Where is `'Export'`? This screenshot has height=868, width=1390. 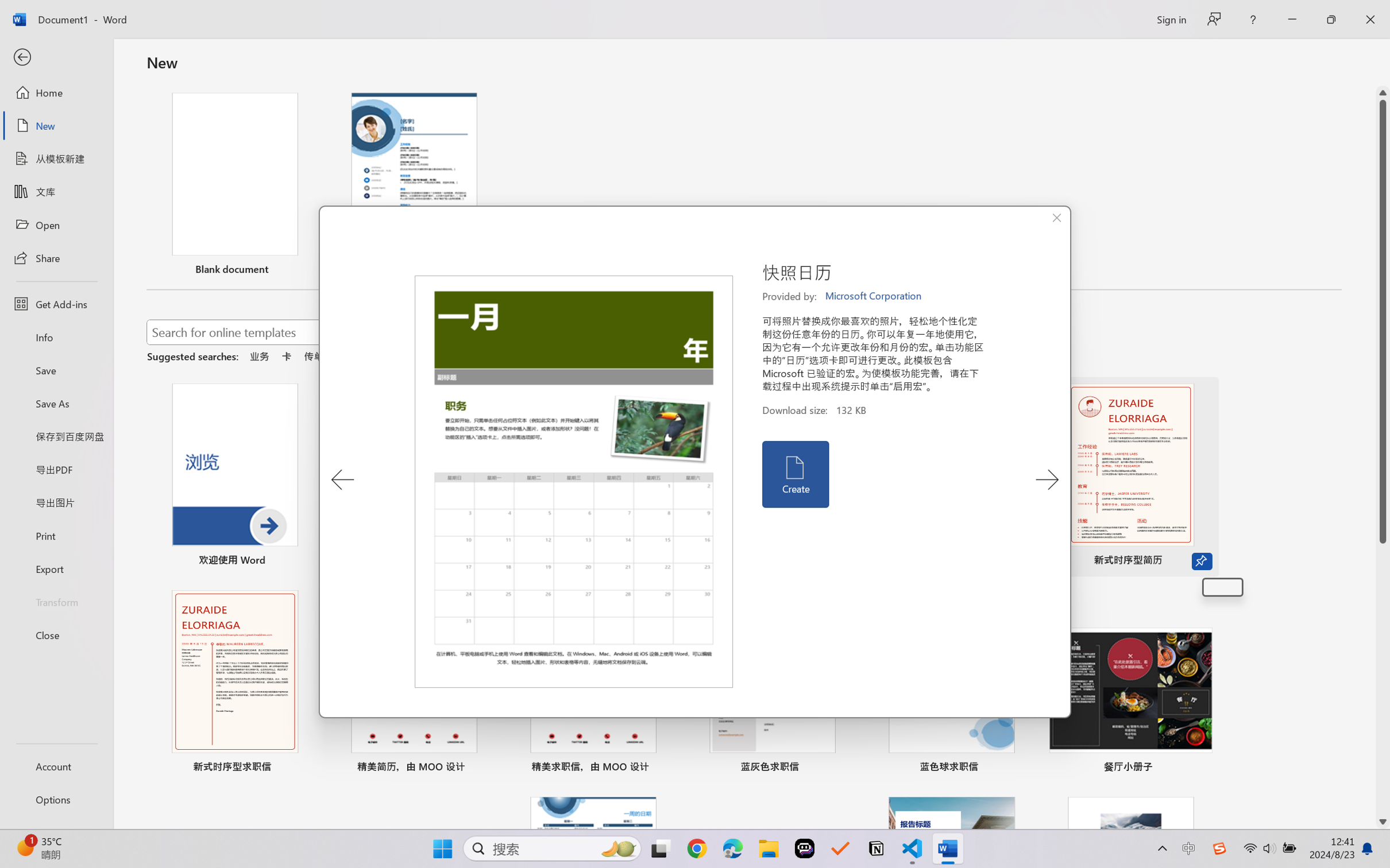
'Export' is located at coordinates (56, 568).